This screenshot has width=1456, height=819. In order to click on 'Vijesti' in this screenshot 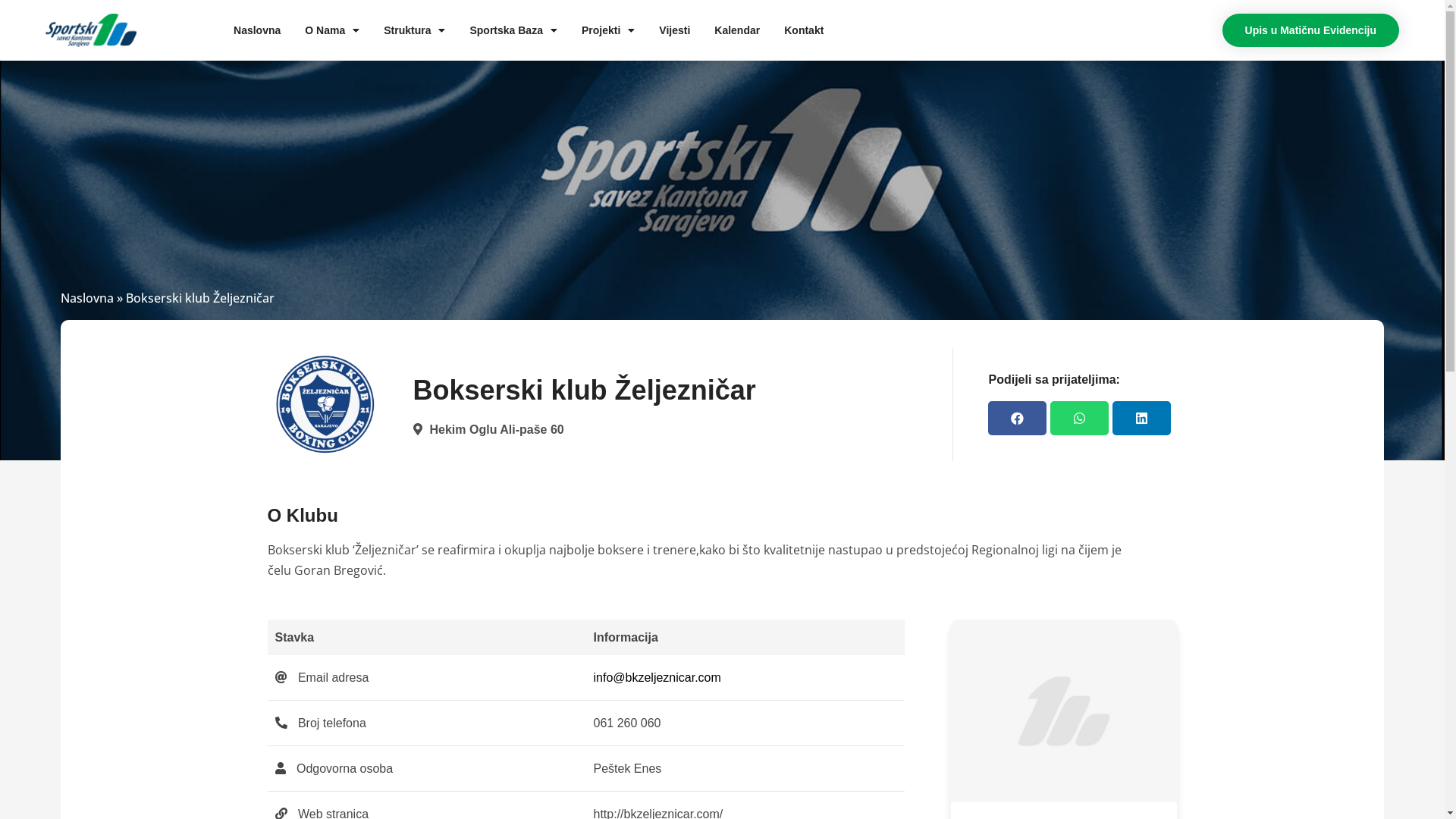, I will do `click(647, 30)`.